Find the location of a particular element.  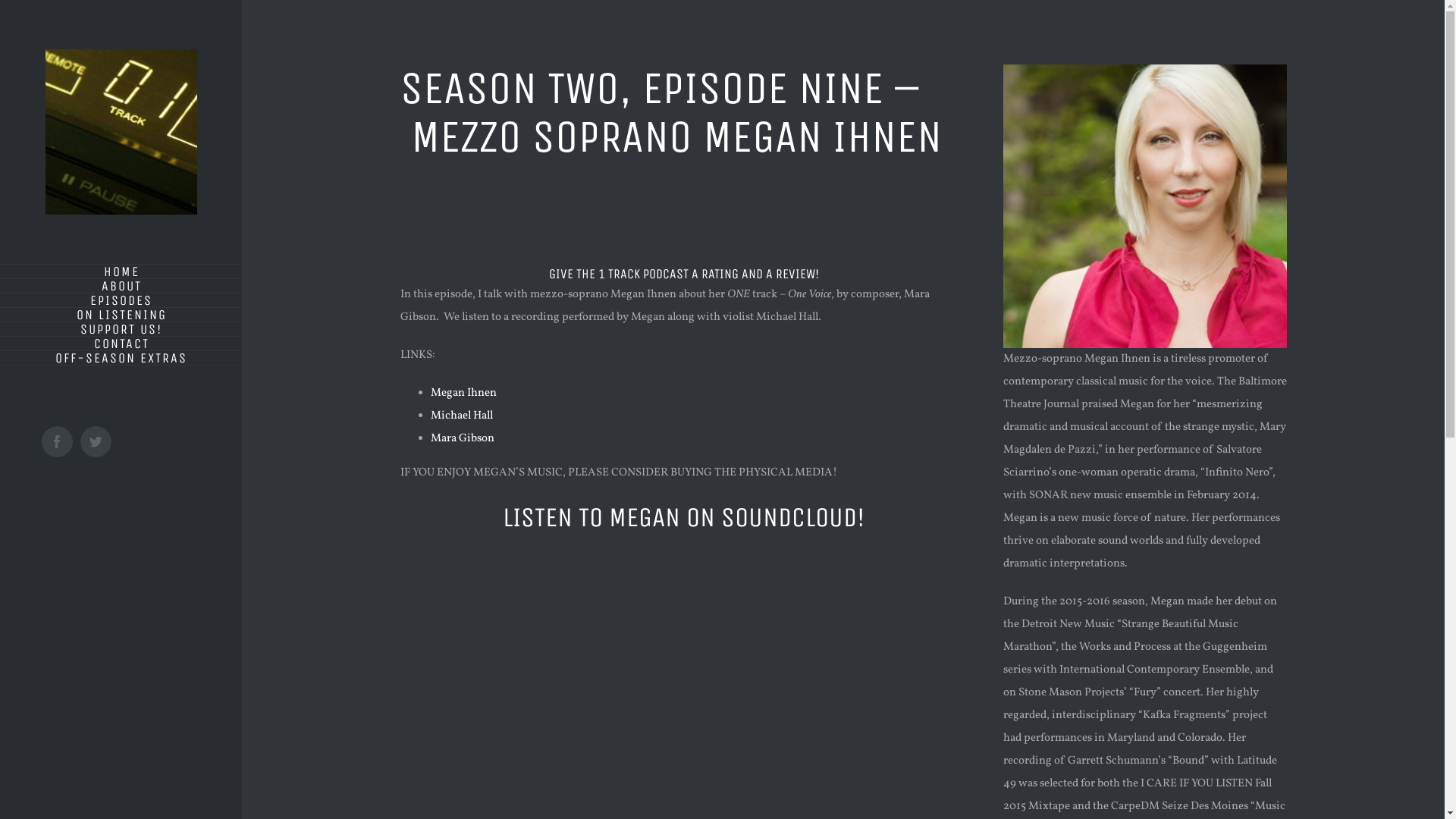

'EPISODES' is located at coordinates (120, 300).